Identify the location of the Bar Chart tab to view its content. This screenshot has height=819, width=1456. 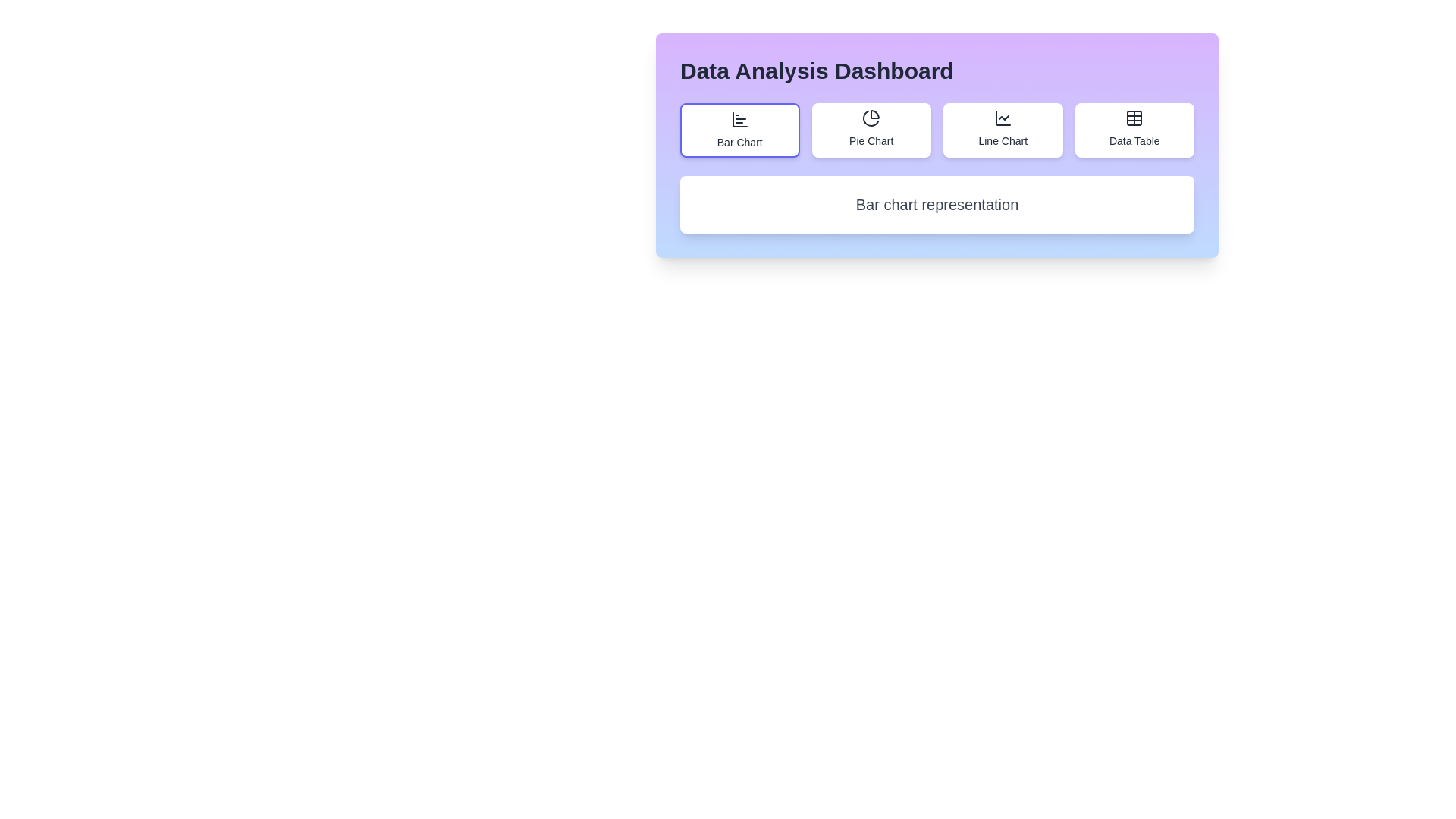
(739, 130).